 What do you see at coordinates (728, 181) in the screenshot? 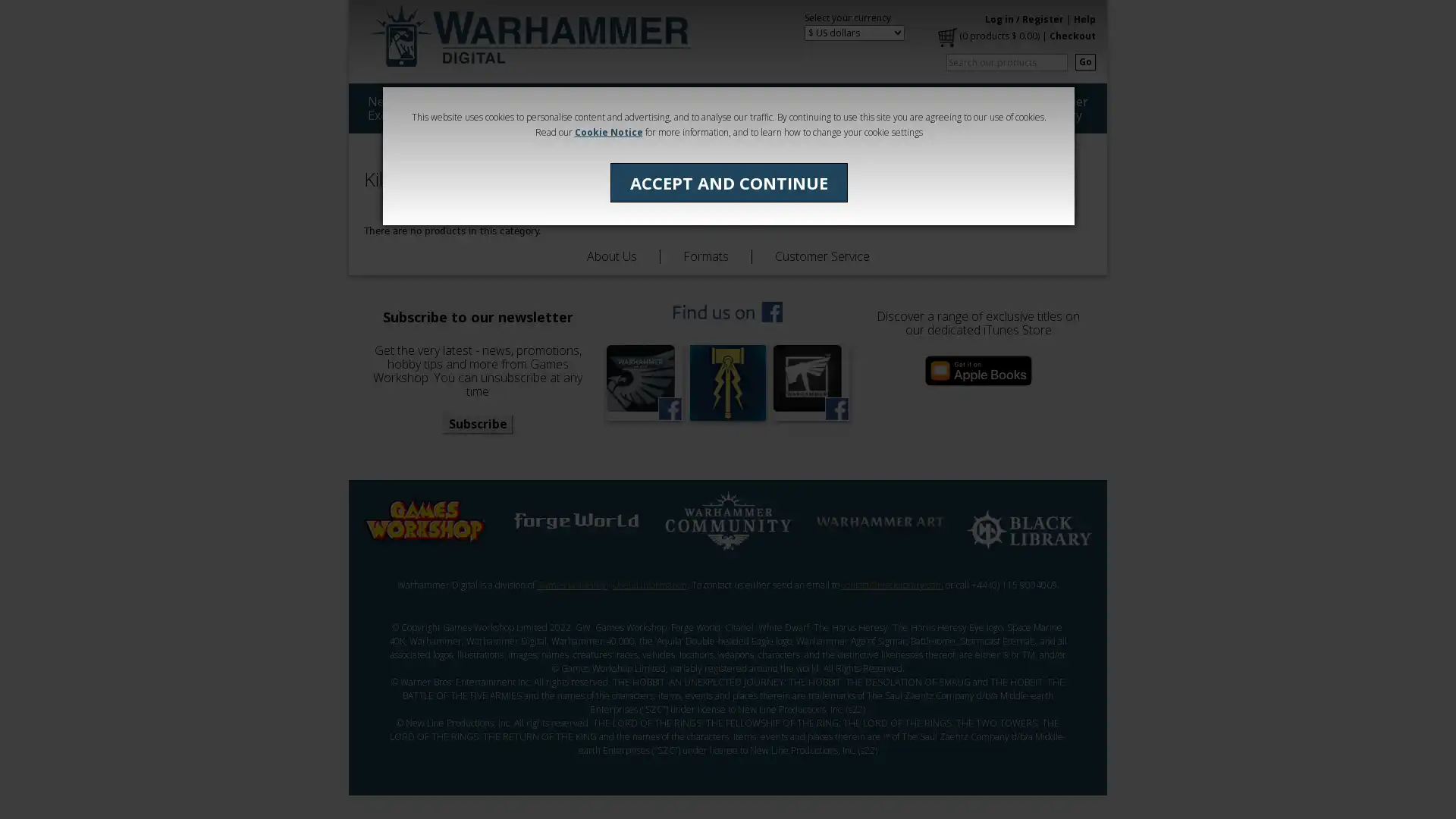
I see `ACCEPT AND CONTINUE` at bounding box center [728, 181].